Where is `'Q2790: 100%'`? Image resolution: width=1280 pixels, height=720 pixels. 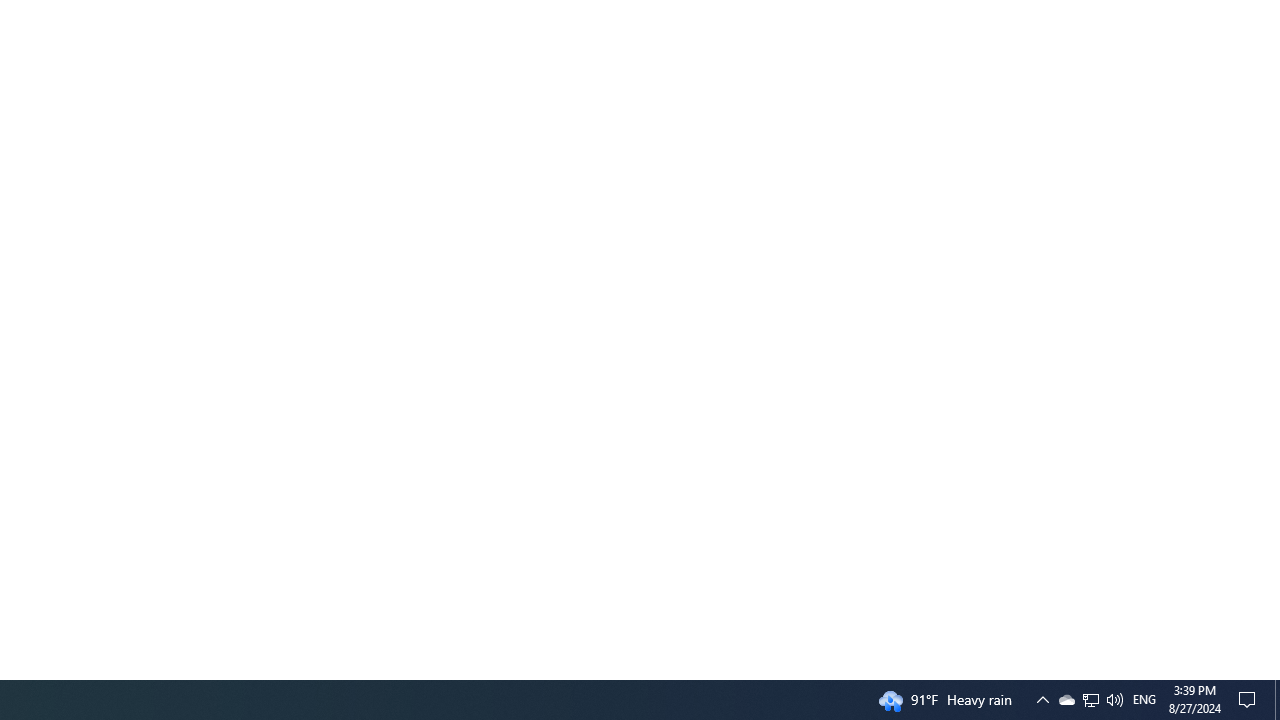 'Q2790: 100%' is located at coordinates (1065, 698).